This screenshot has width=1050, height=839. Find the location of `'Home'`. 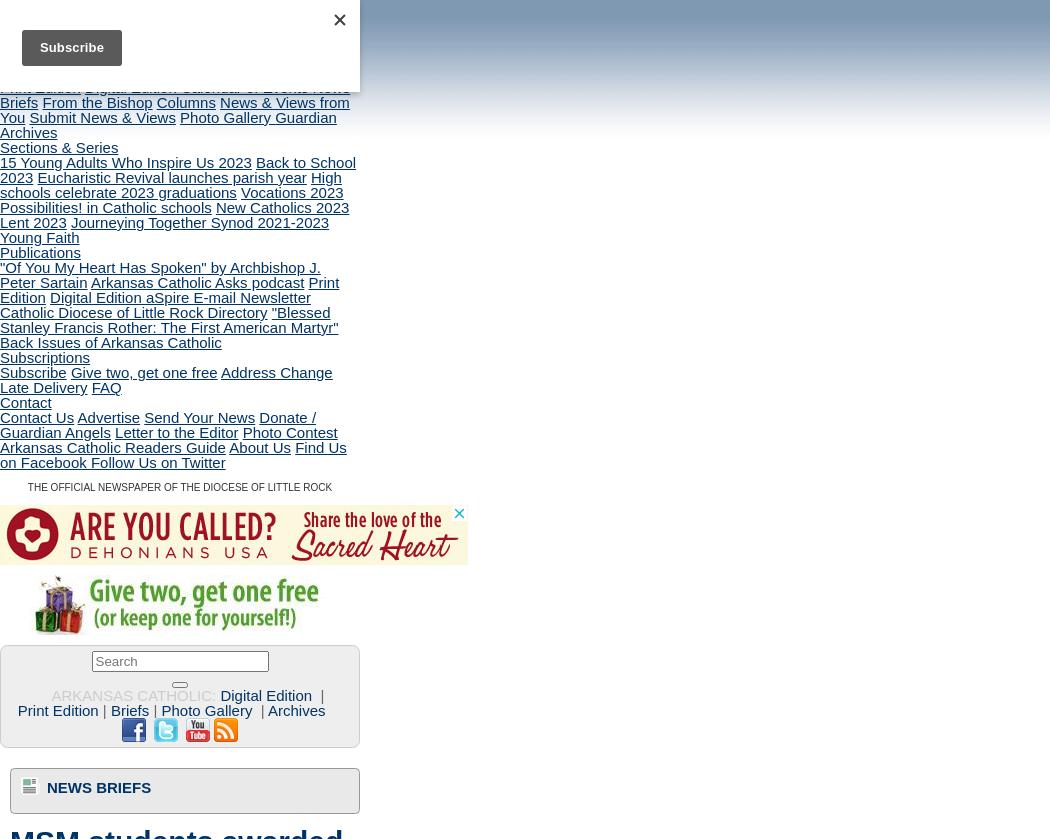

'Home' is located at coordinates (19, 57).